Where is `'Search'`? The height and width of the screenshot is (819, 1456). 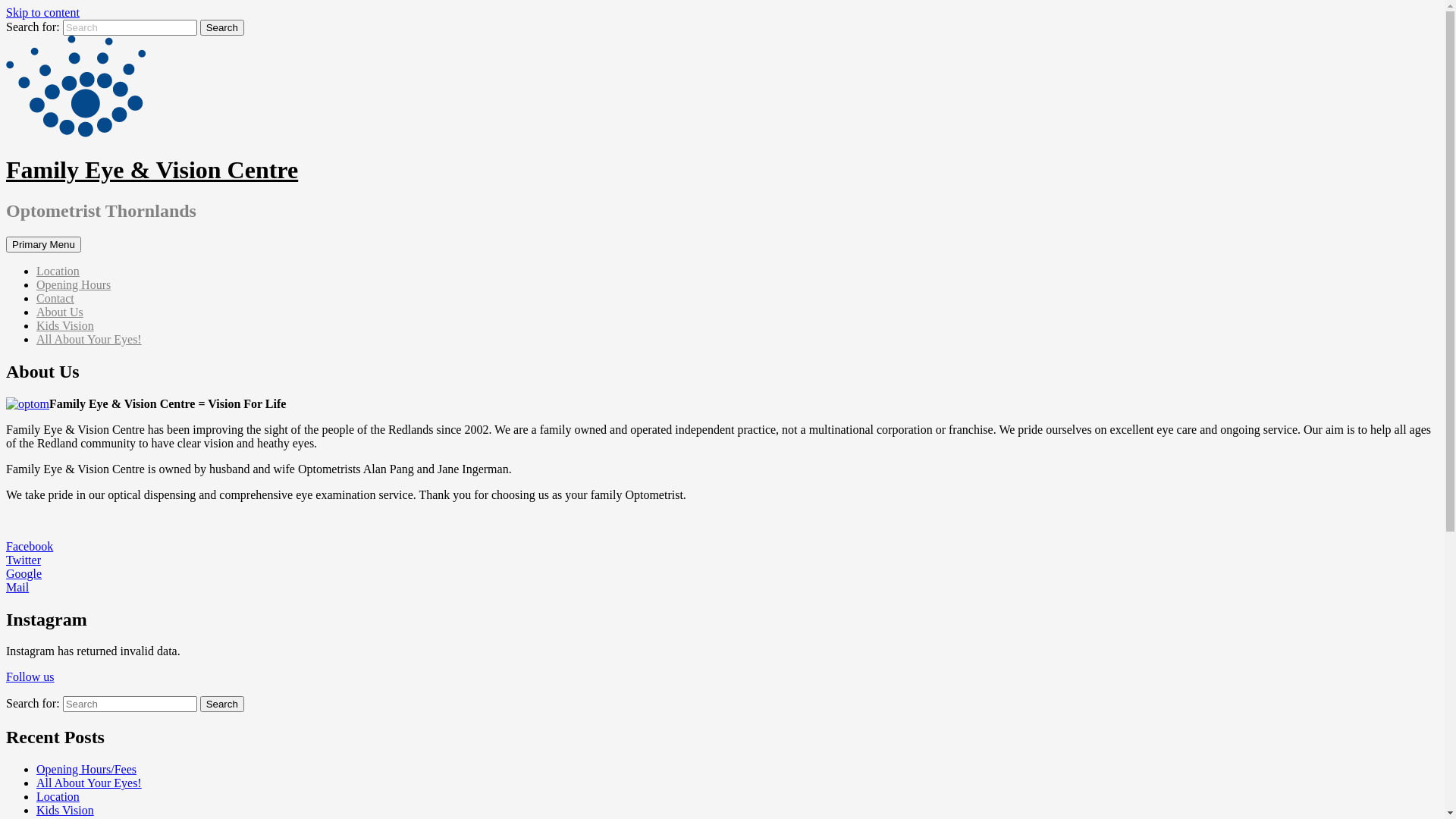 'Search' is located at coordinates (221, 27).